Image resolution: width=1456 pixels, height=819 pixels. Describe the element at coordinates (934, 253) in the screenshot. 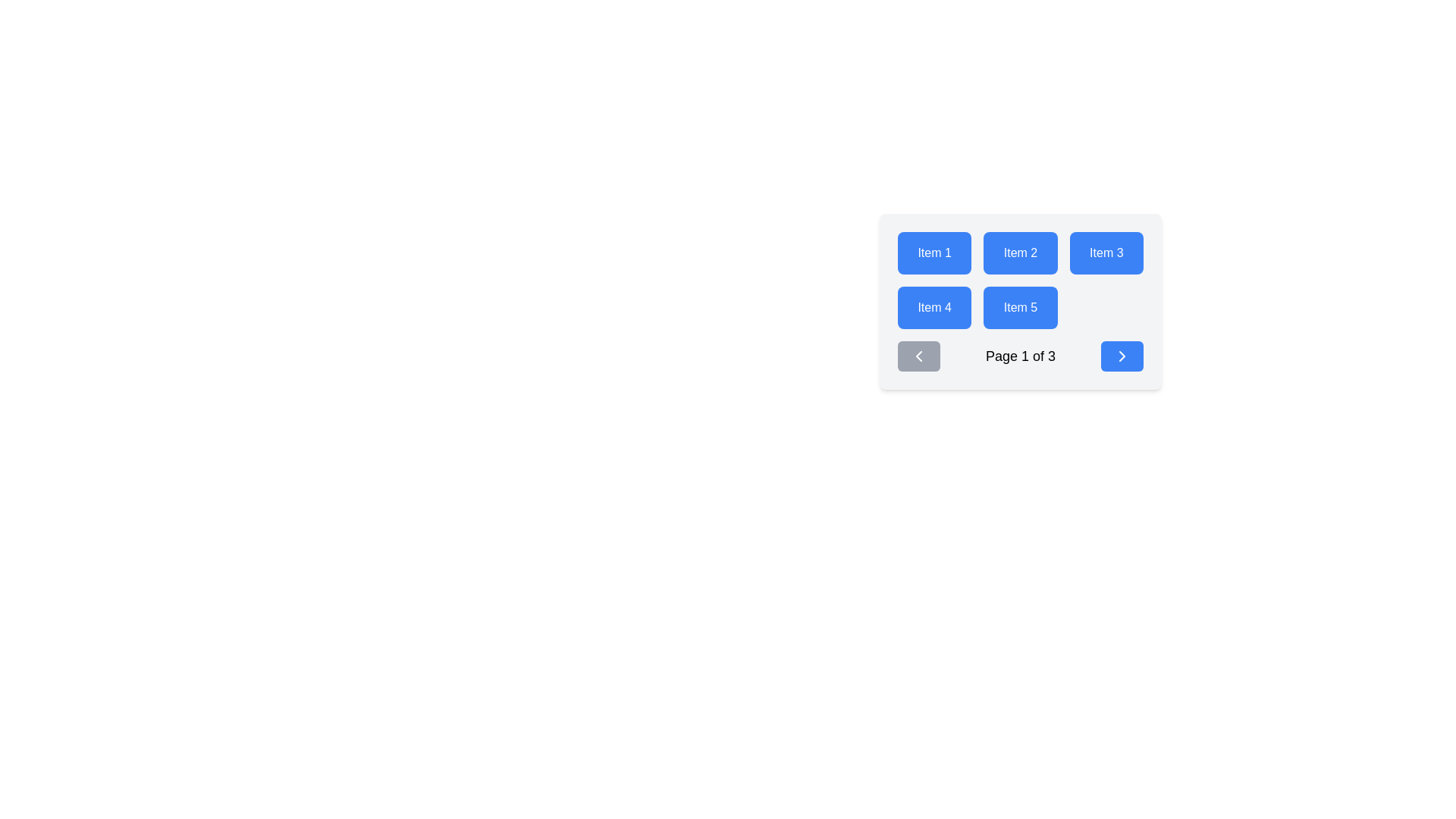

I see `the static label or grid item with a bright blue background and white text that reads 'Item 1', located in the upper-right section of the interface` at that location.